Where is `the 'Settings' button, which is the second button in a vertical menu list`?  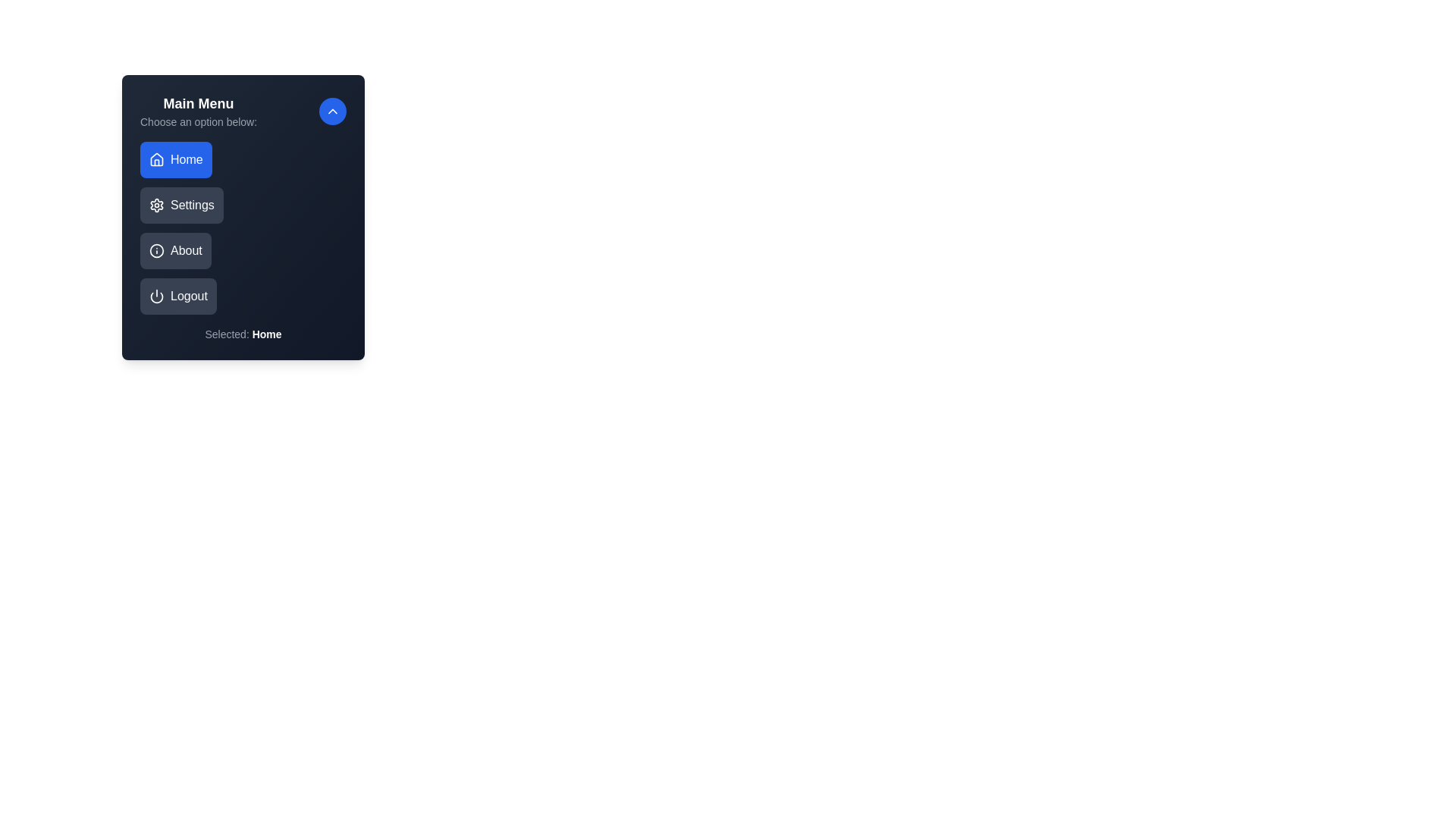
the 'Settings' button, which is the second button in a vertical menu list is located at coordinates (182, 205).